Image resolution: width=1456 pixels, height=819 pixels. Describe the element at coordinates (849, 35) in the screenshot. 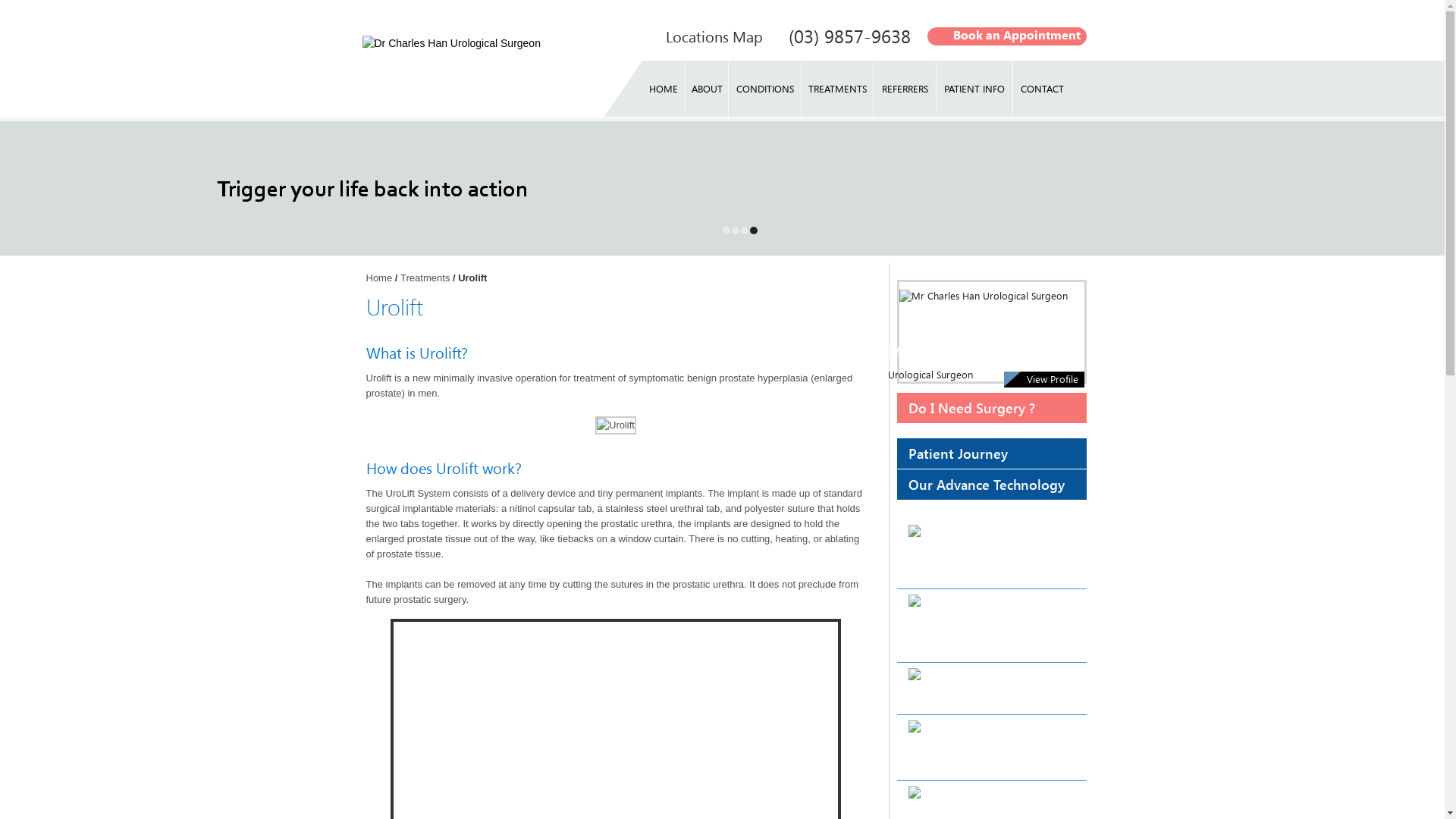

I see `'(03) 9857-9638'` at that location.